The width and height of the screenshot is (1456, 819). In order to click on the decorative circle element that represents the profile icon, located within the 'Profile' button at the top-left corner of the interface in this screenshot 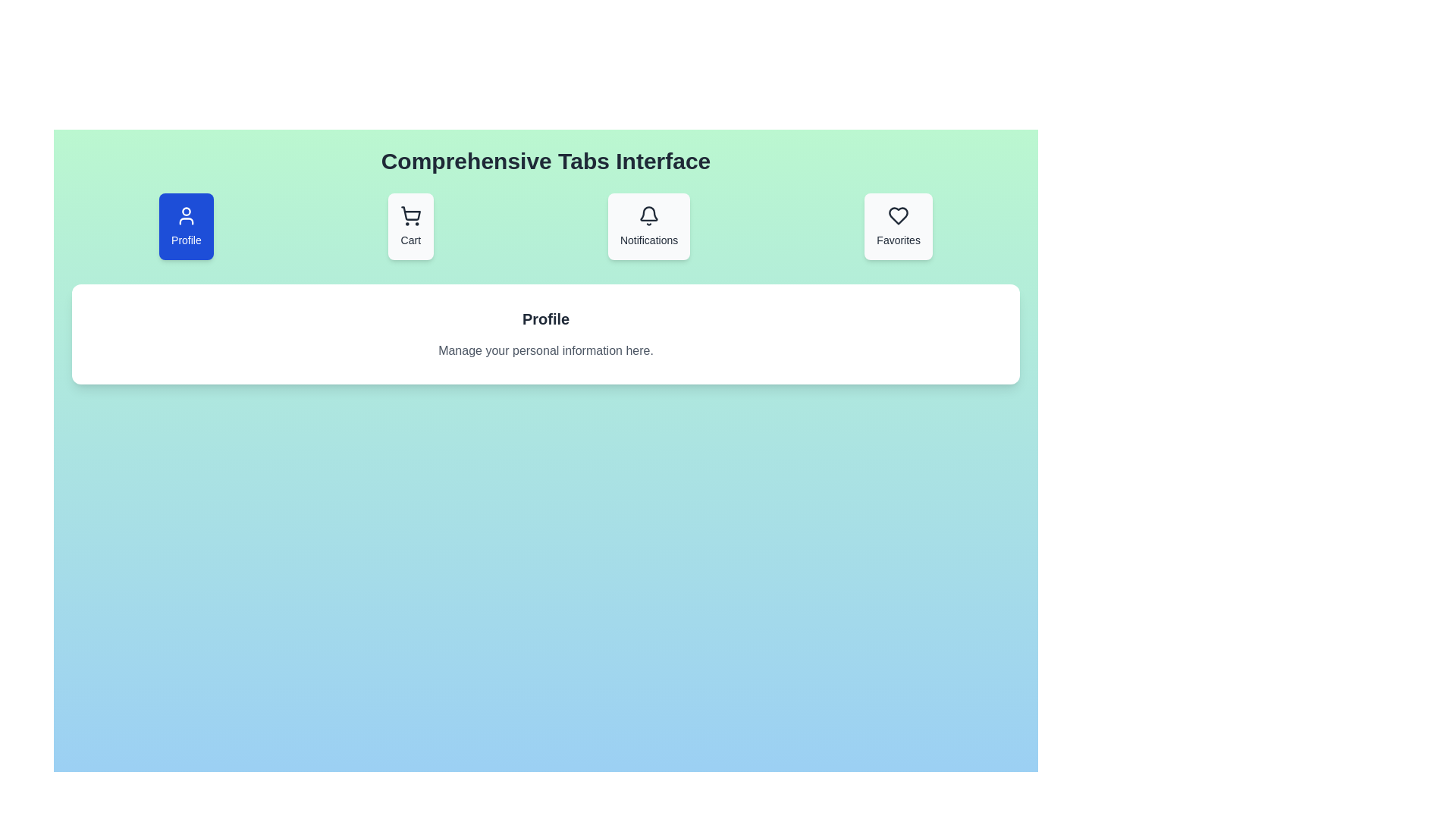, I will do `click(185, 212)`.